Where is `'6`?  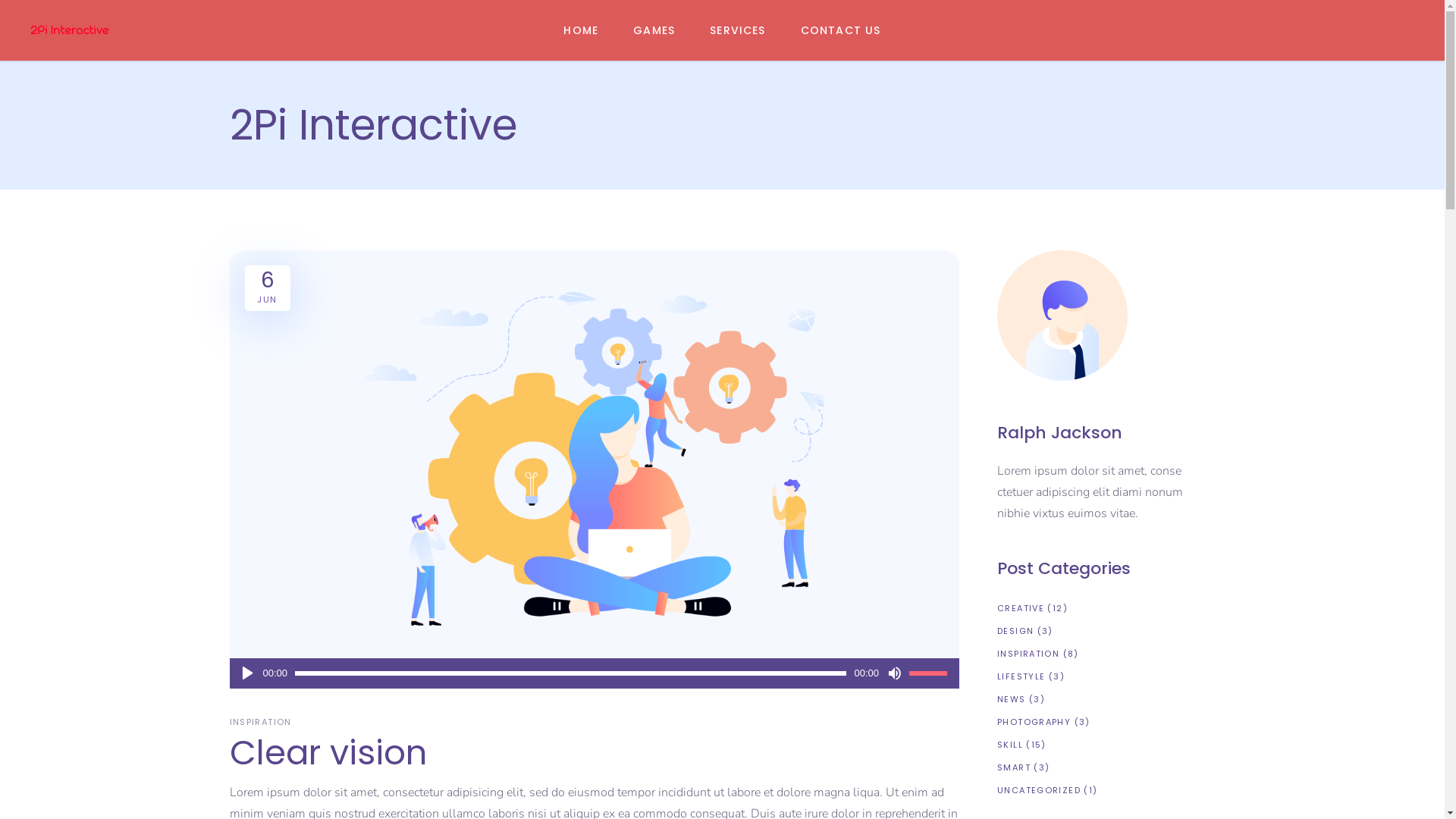
'6 is located at coordinates (266, 284).